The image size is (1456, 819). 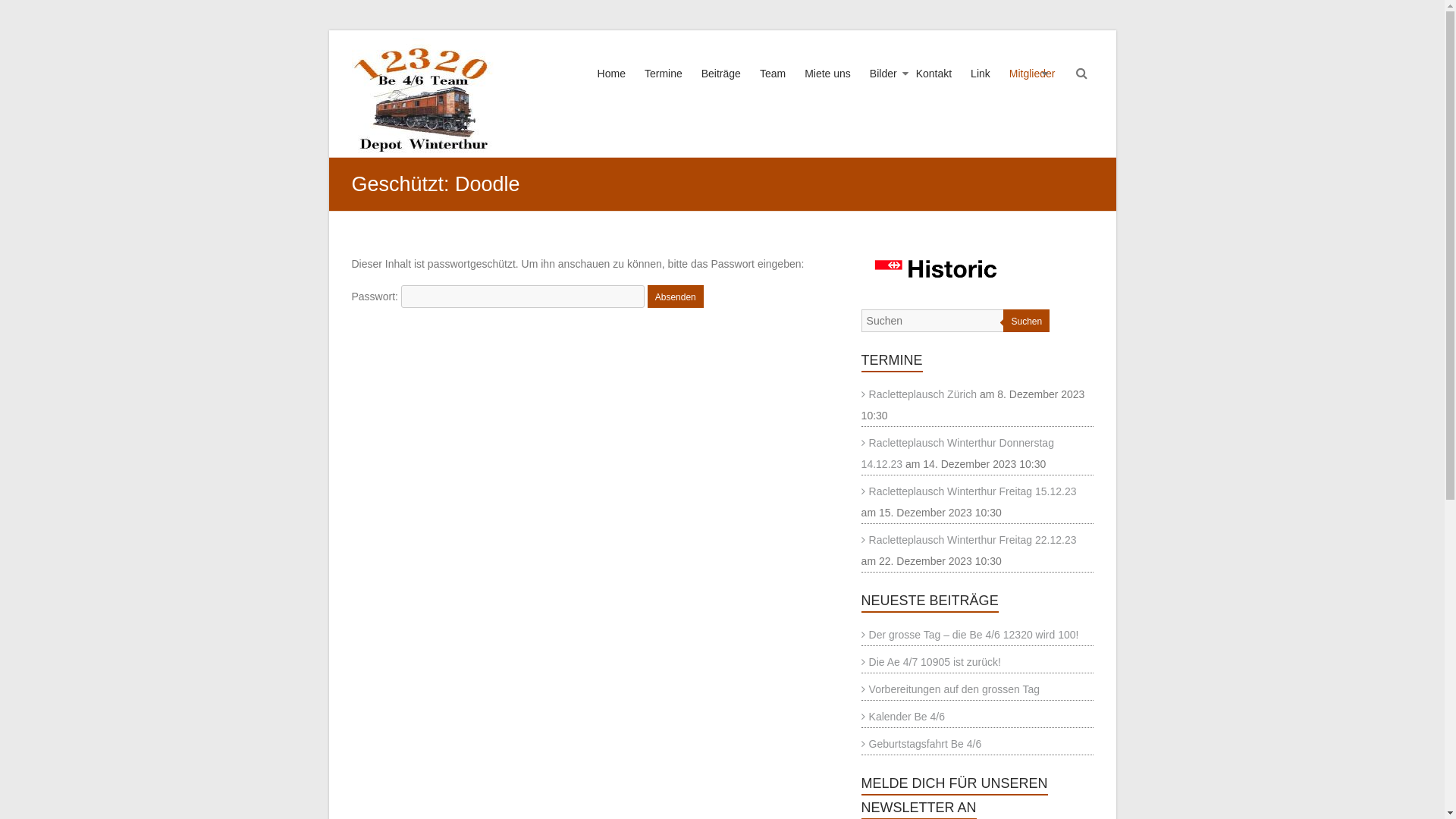 I want to click on 'Miete uns', so click(x=803, y=87).